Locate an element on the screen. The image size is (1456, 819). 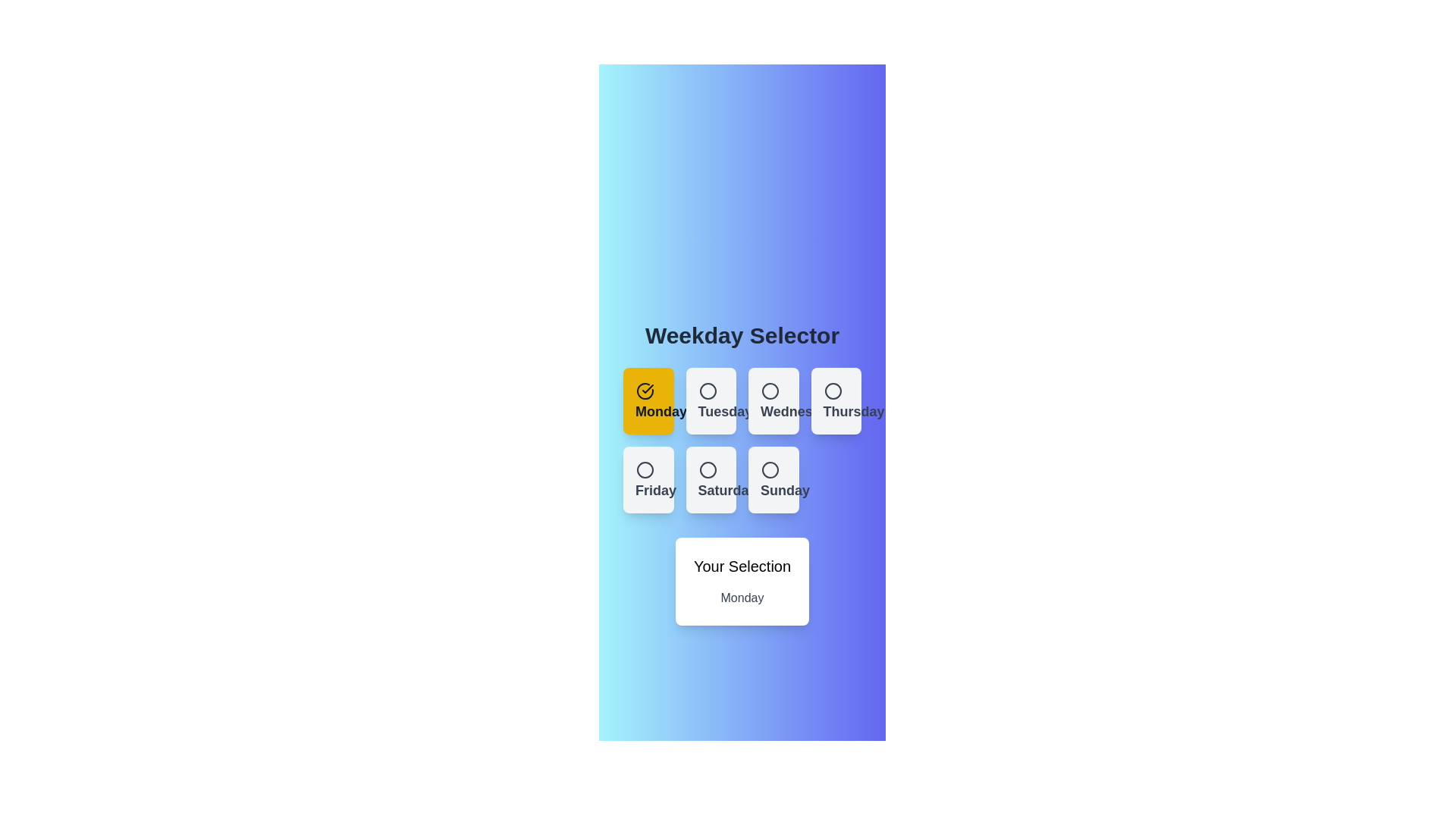
the button corresponding to Friday is located at coordinates (648, 479).